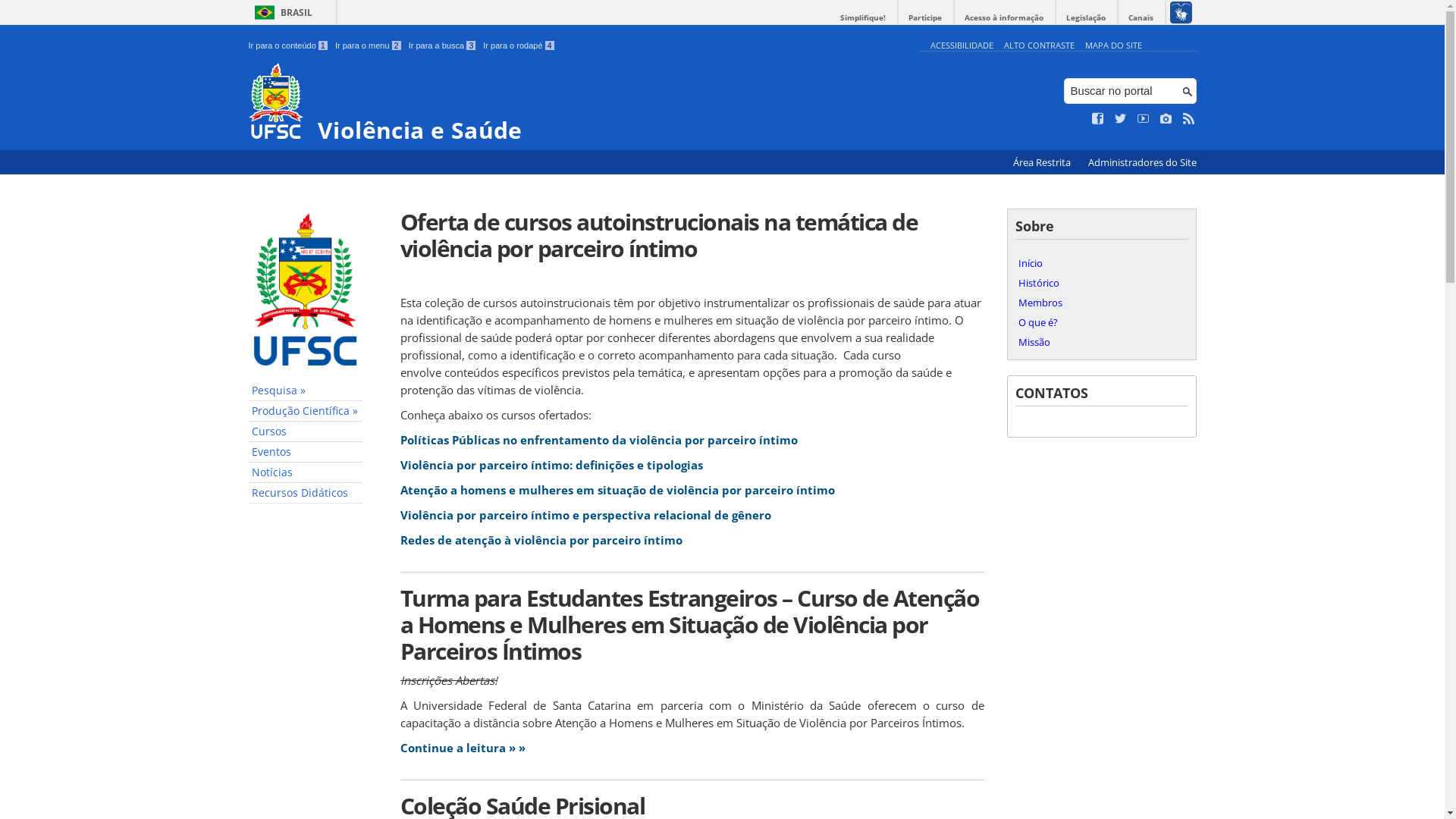 This screenshot has width=1456, height=819. Describe the element at coordinates (441, 45) in the screenshot. I see `'Ir para a busca 3'` at that location.